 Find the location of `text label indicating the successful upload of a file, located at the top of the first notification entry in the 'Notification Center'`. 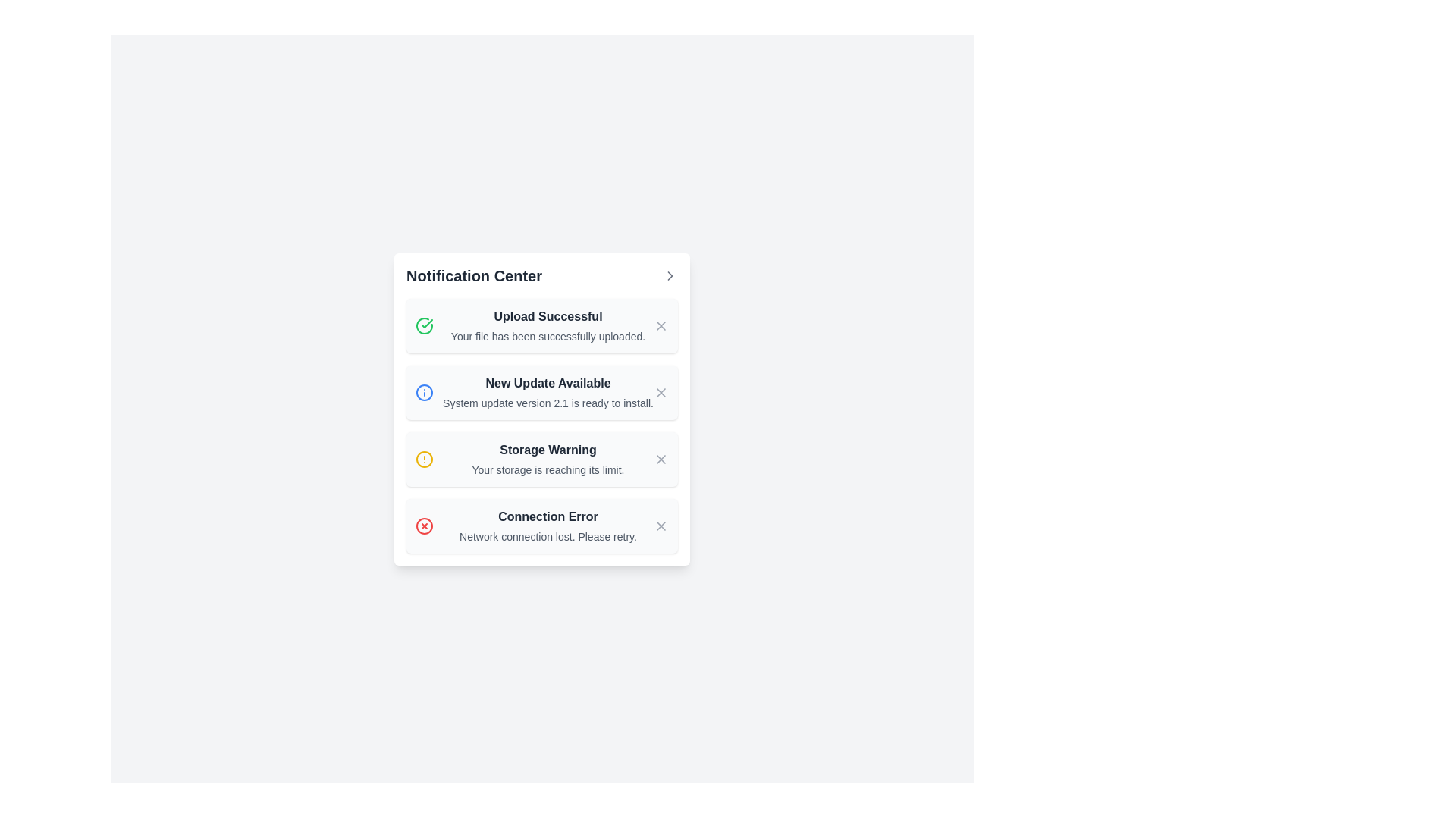

text label indicating the successful upload of a file, located at the top of the first notification entry in the 'Notification Center' is located at coordinates (548, 315).